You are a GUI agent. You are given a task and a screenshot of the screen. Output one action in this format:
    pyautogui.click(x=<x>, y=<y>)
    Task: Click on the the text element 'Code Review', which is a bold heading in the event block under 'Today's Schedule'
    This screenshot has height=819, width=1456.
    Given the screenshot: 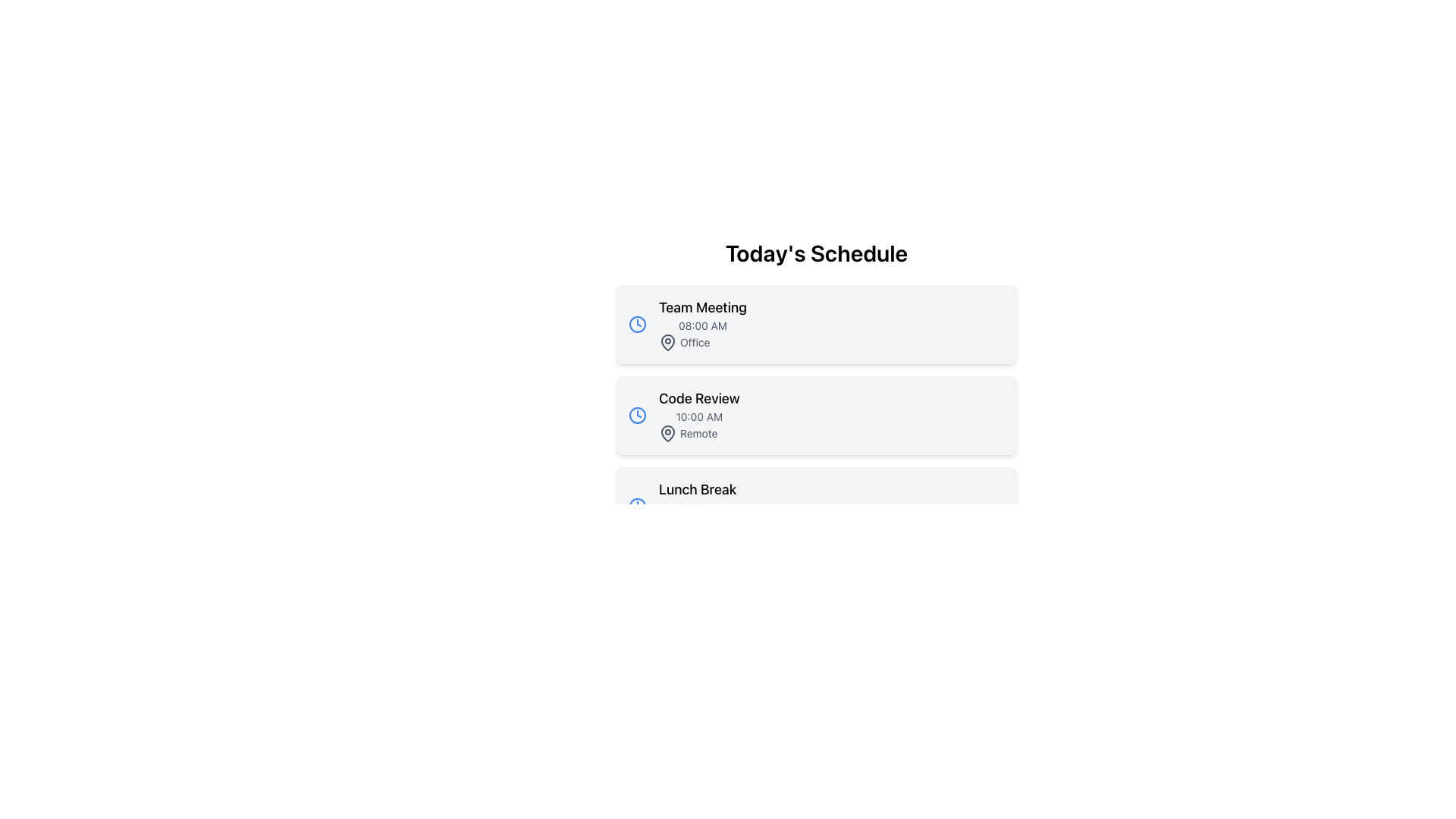 What is the action you would take?
    pyautogui.click(x=698, y=397)
    